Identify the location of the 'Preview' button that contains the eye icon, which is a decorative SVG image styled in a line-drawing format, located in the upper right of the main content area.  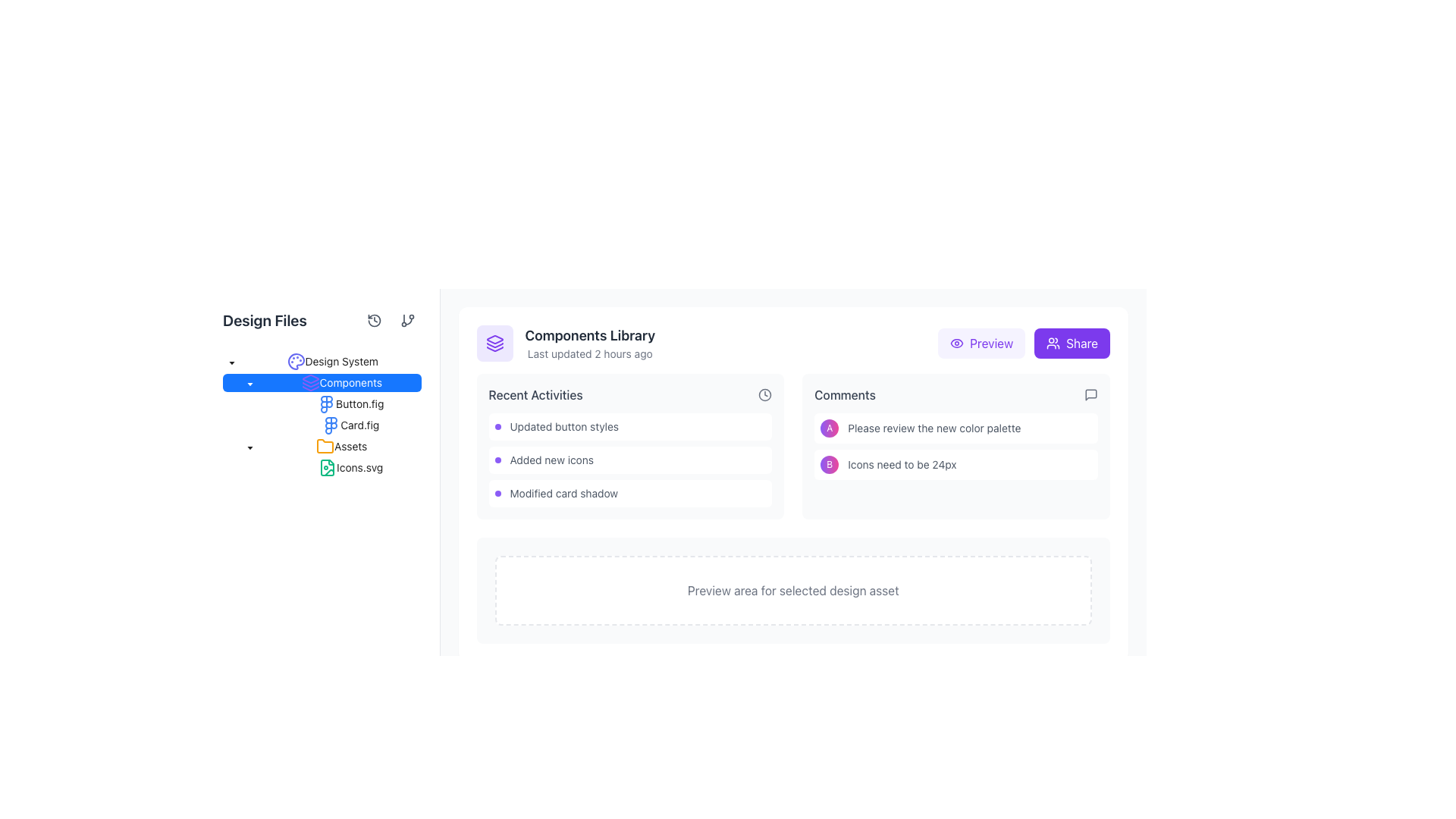
(956, 343).